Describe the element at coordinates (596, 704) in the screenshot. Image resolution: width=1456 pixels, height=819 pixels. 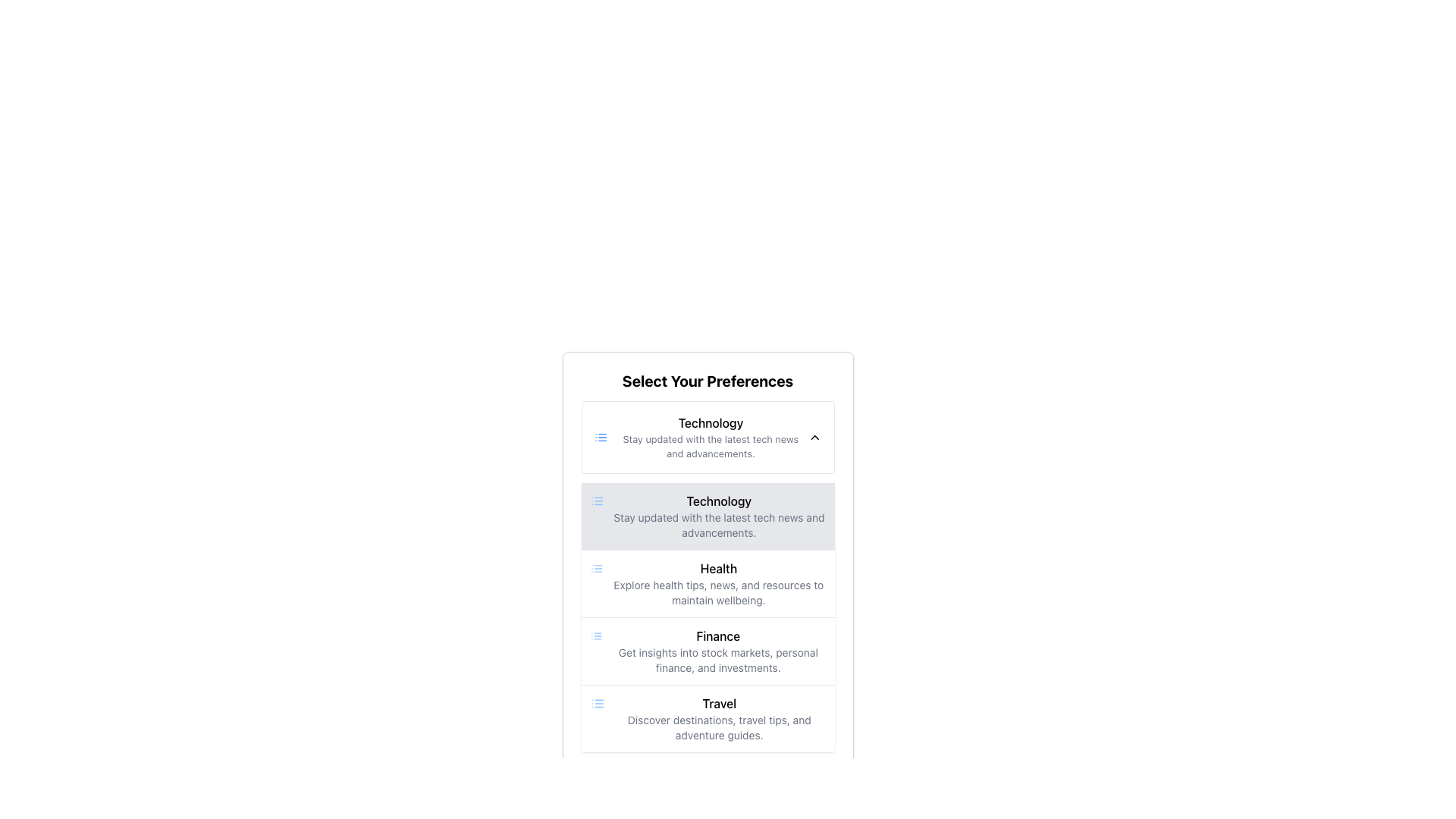
I see `the light blue list icon with three horizontal lines, which is located to the left of the text 'Travel Discover destinations, travel tips, and adventure guides.'` at that location.